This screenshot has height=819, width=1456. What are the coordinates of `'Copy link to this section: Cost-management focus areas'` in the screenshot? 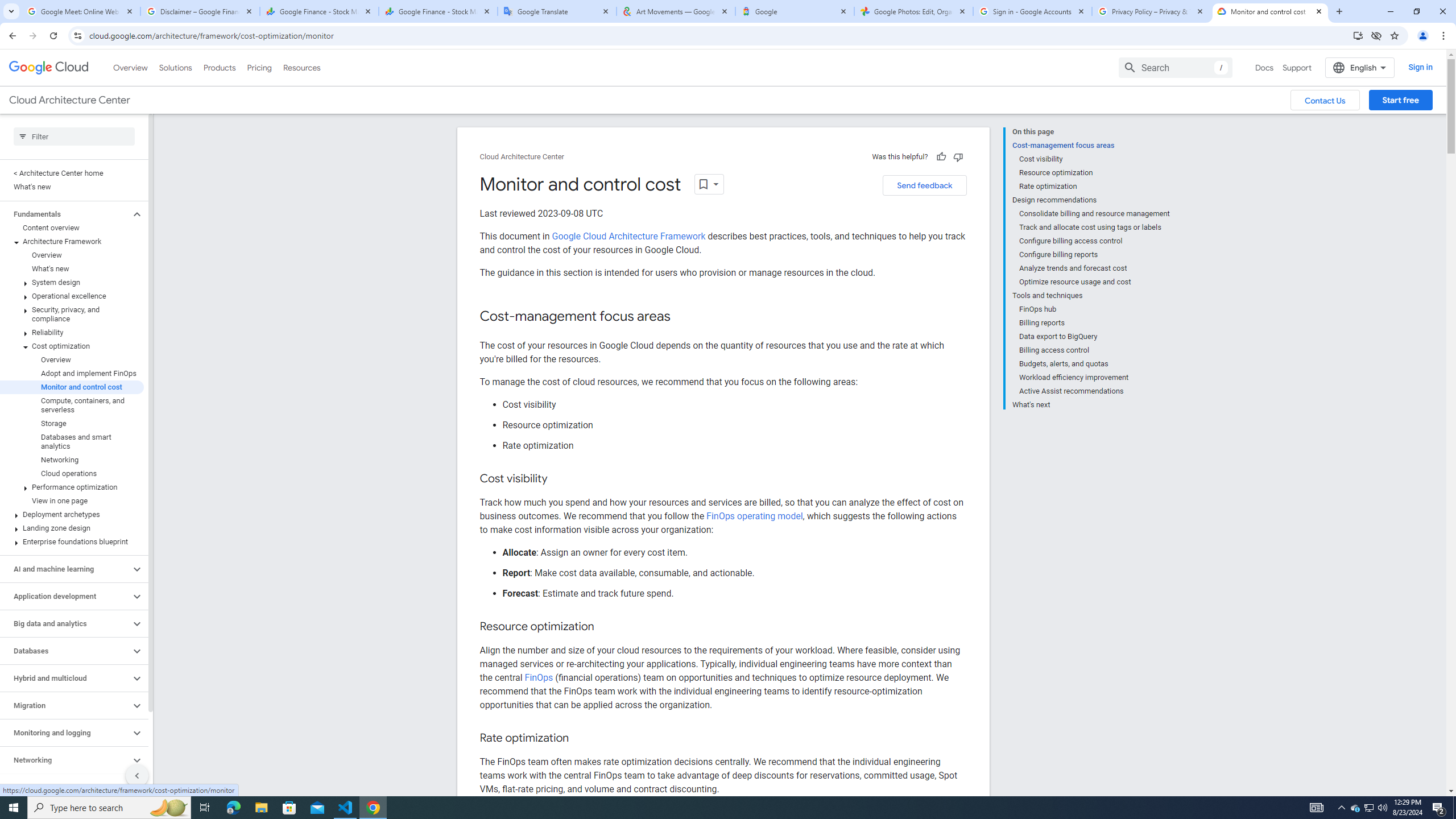 It's located at (681, 316).